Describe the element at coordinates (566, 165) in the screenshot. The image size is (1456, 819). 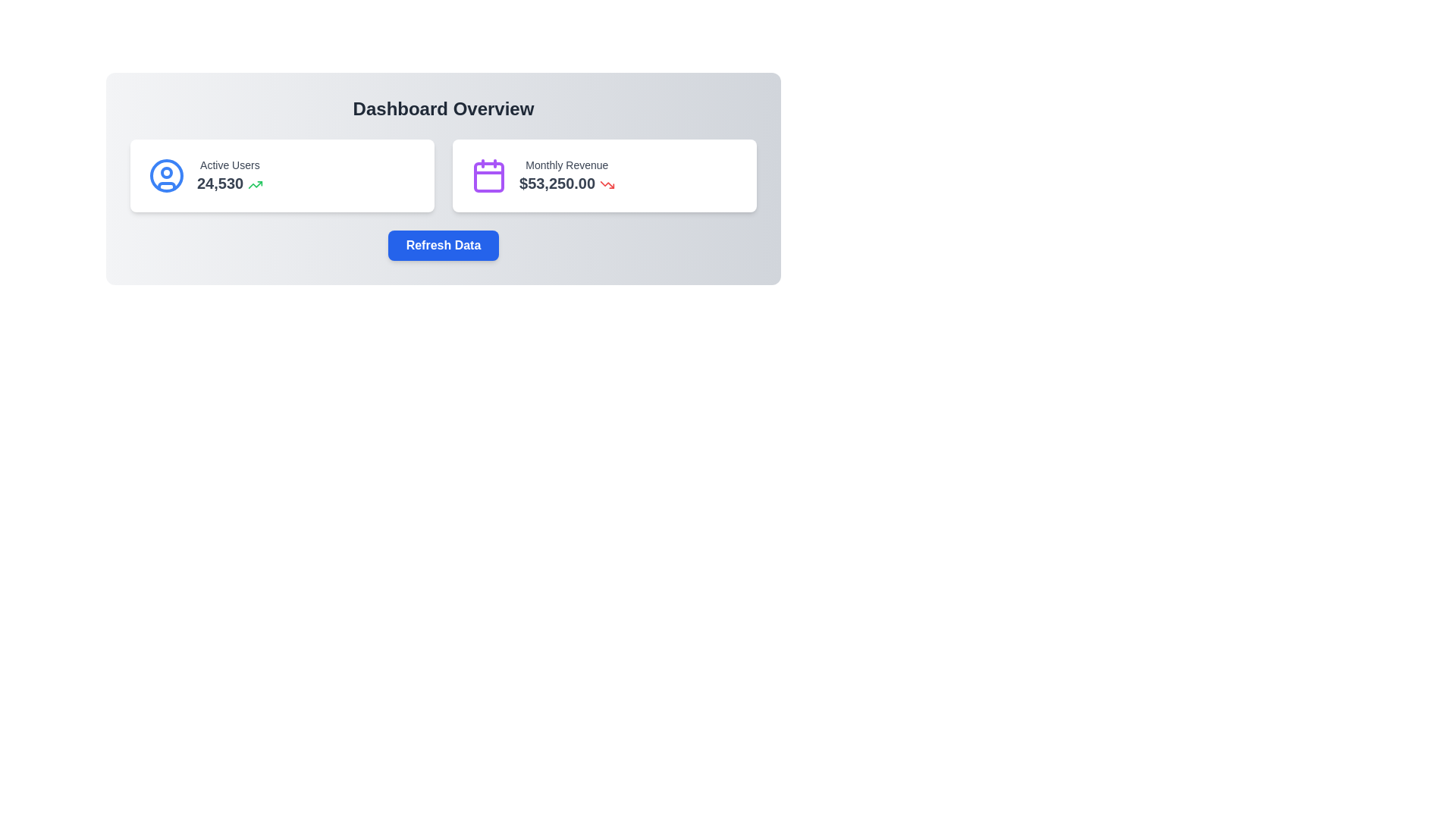
I see `the static text label displaying 'Monthly Revenue', which is positioned above the monetary value '$53,250.00' and to the right of a purple calendar icon` at that location.